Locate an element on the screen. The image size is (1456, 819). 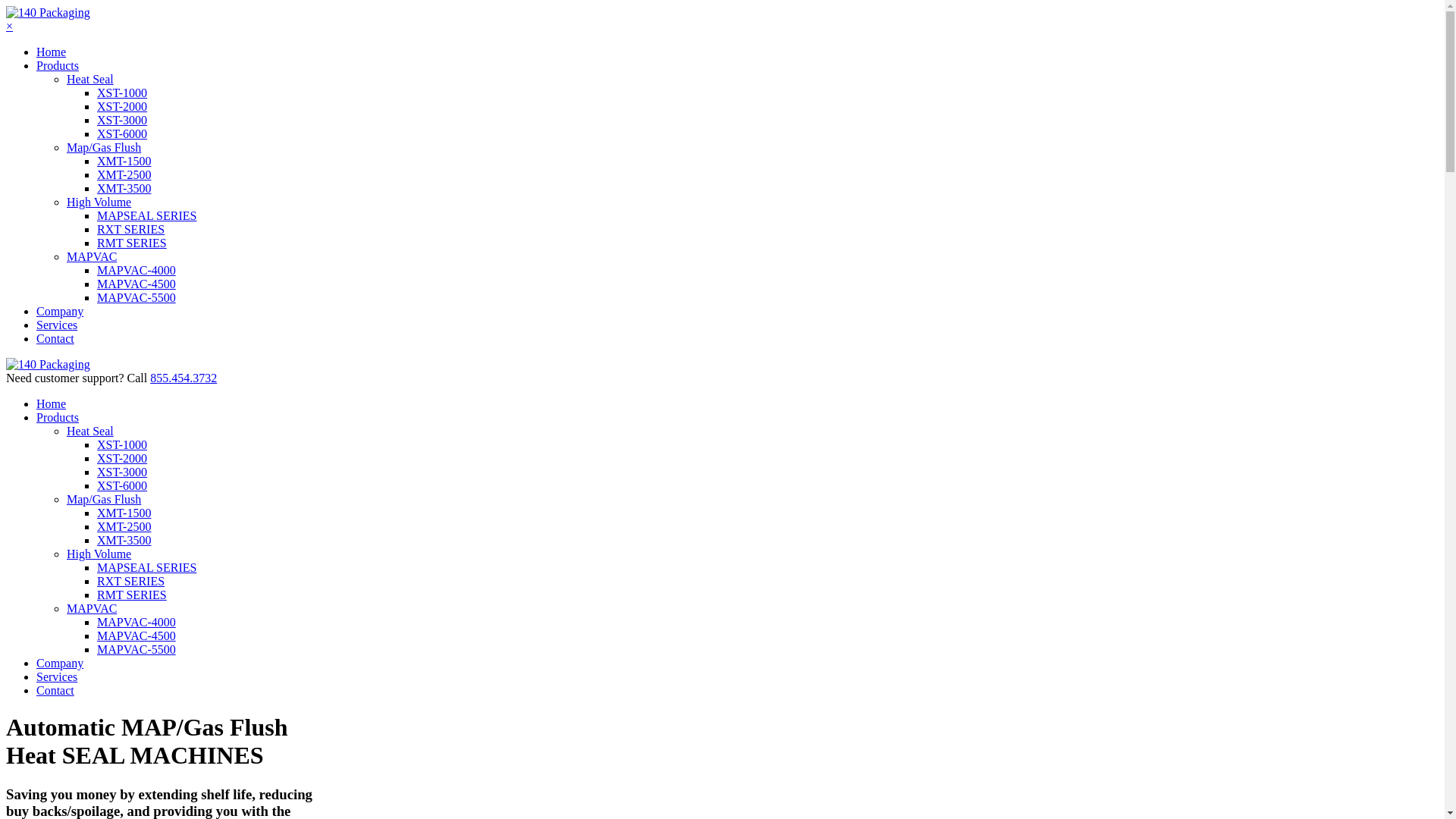
'High Volume' is located at coordinates (65, 201).